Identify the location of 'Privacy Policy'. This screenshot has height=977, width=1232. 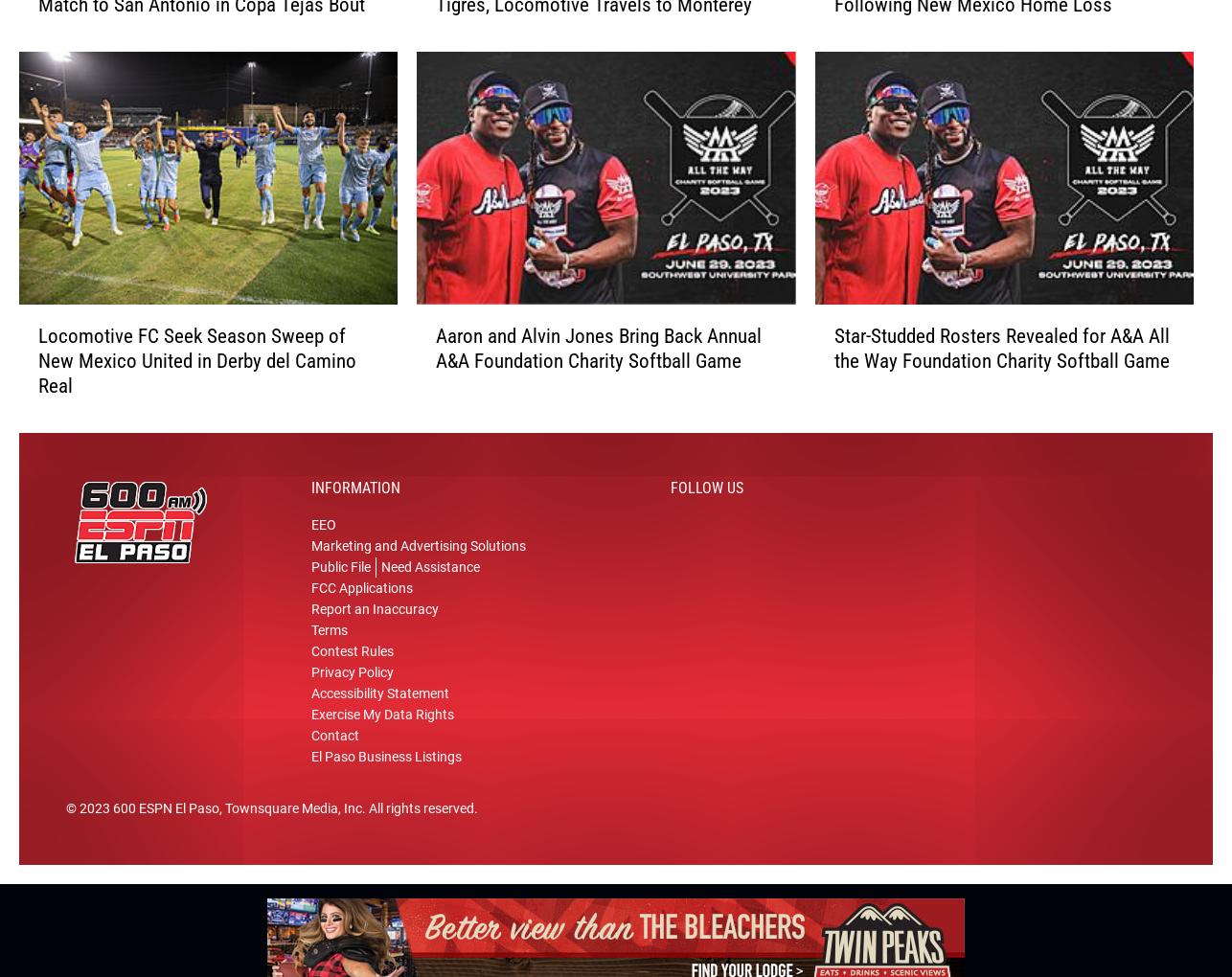
(352, 679).